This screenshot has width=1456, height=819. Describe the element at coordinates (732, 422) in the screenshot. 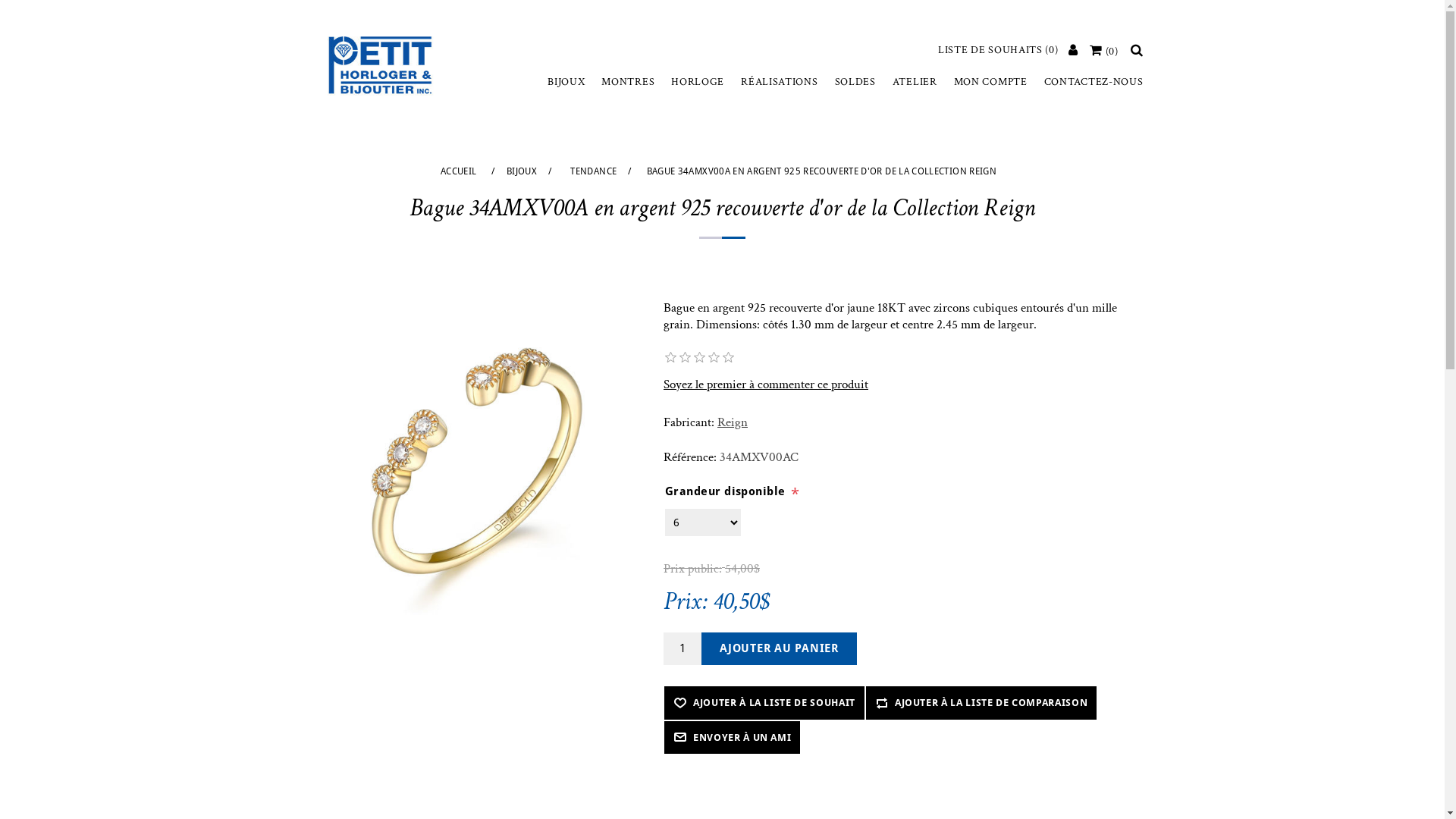

I see `'Reign'` at that location.